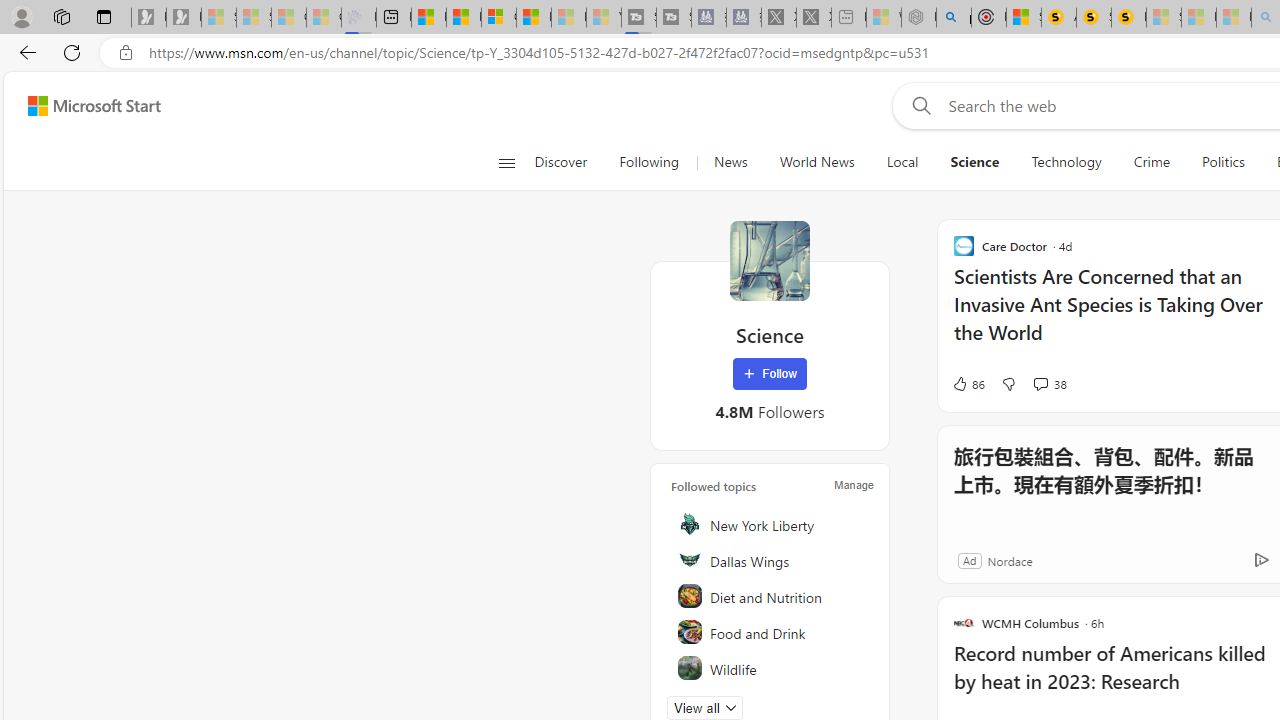 This screenshot has height=720, width=1280. What do you see at coordinates (768, 260) in the screenshot?
I see `'Science'` at bounding box center [768, 260].